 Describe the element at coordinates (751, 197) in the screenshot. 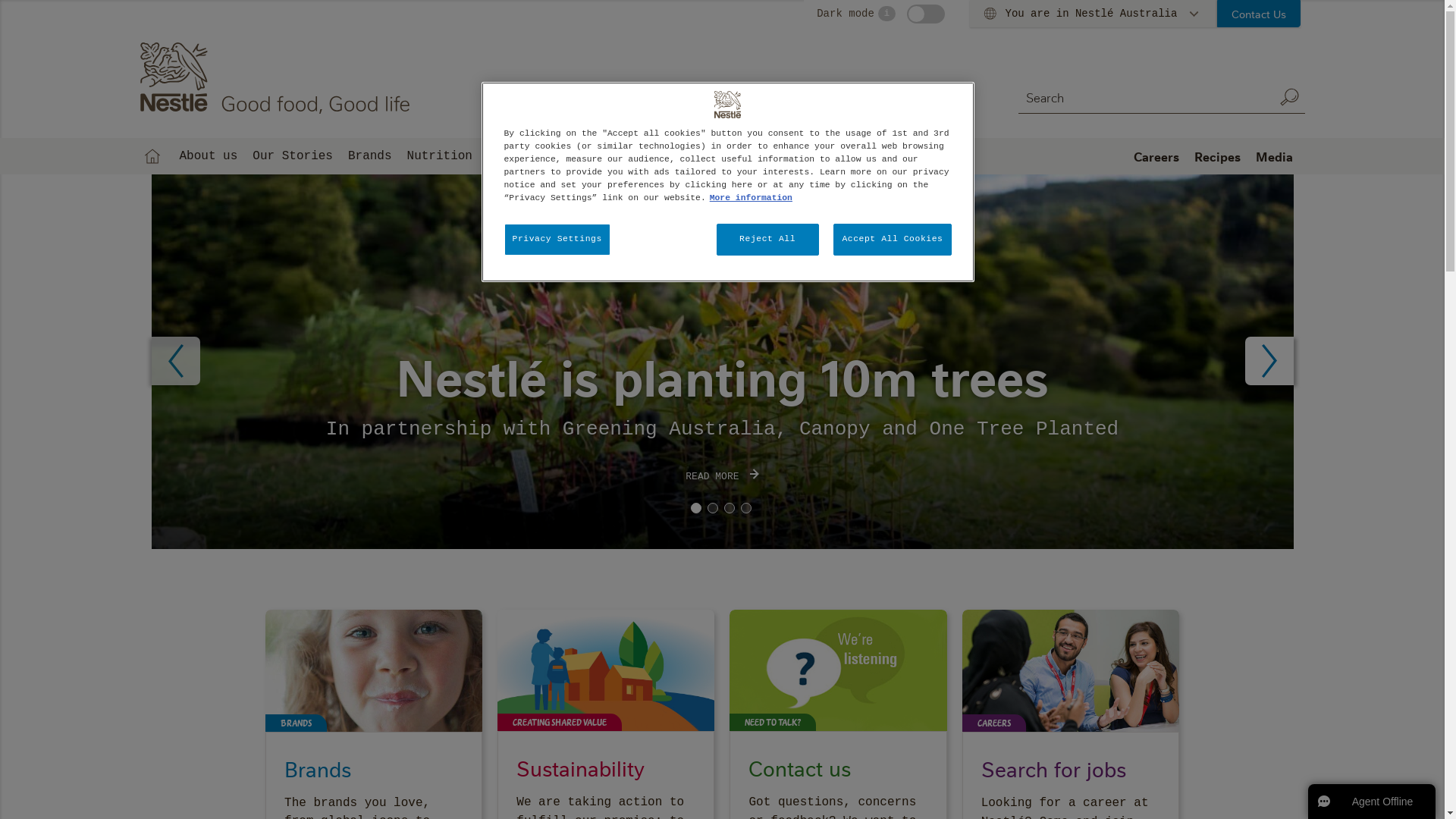

I see `'More information'` at that location.